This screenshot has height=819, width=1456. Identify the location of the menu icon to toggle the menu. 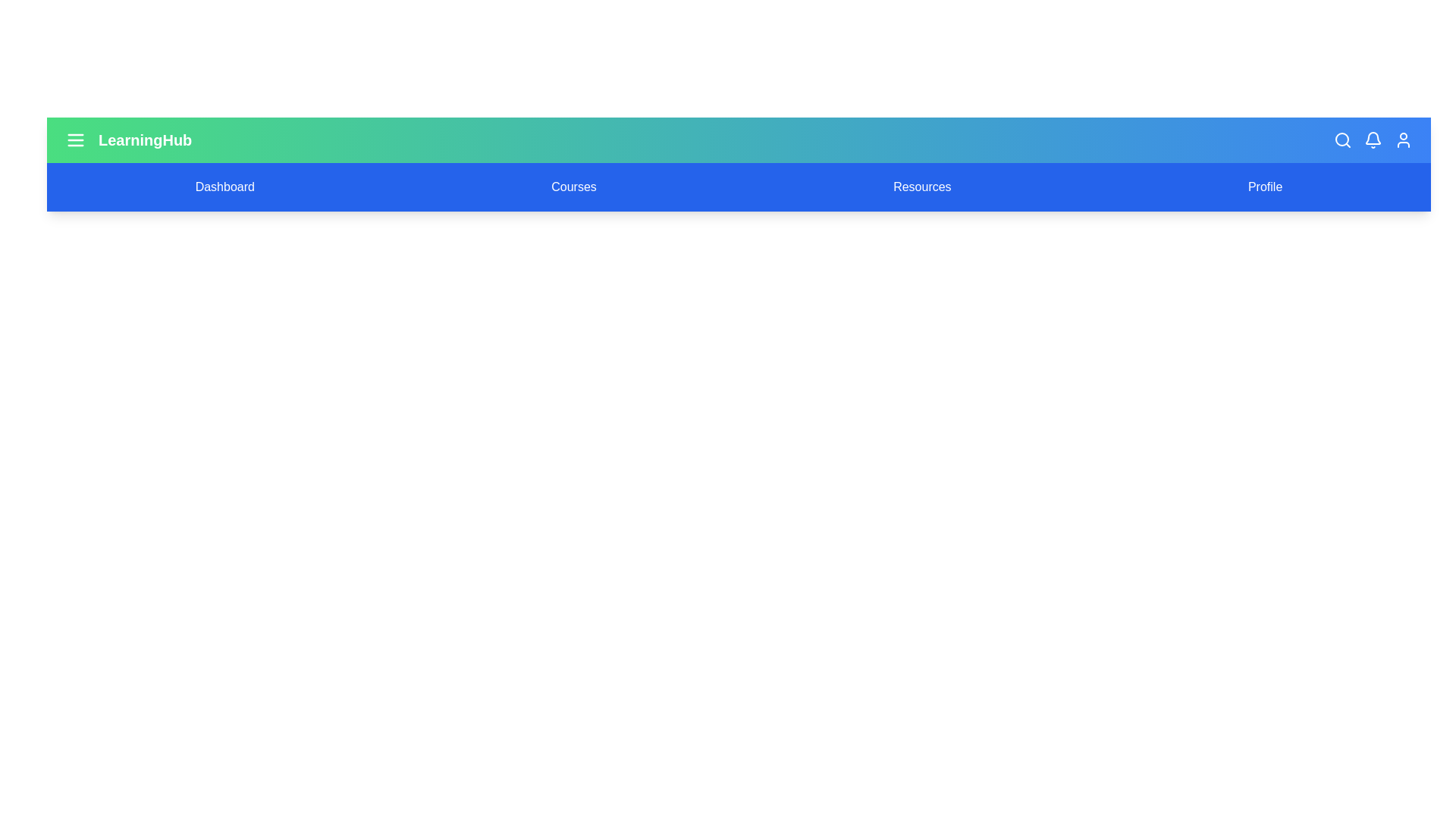
(75, 140).